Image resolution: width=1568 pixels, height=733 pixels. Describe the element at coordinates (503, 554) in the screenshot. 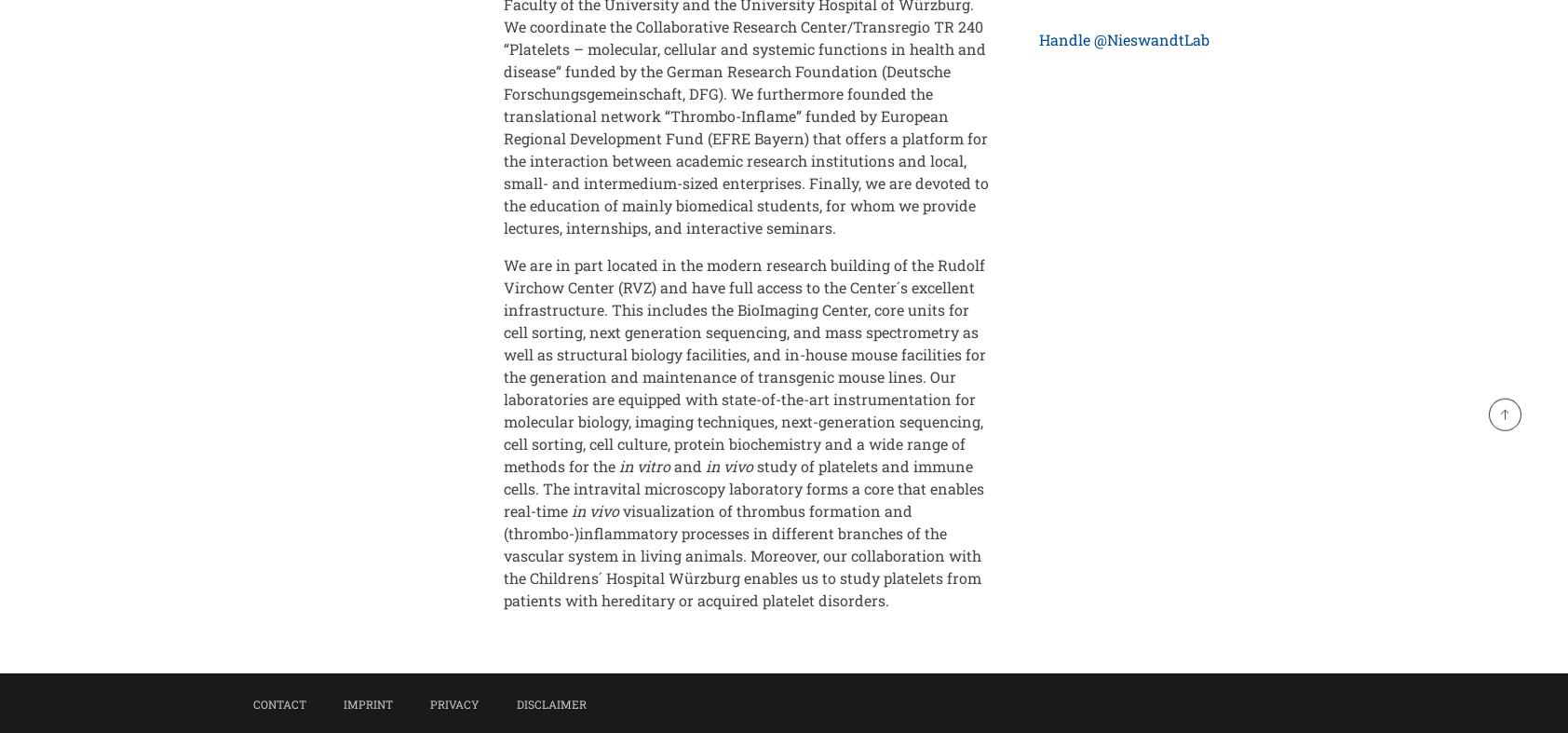

I see `'visualization of thrombus formation and (thrombo-)inflammatory processes in different branches of the vascular system in living animals. Moreover, our collaboration with the Childrens´ Hospital Würzburg enables us to study platelets from patients with hereditary or acquired platelet disorders.'` at that location.